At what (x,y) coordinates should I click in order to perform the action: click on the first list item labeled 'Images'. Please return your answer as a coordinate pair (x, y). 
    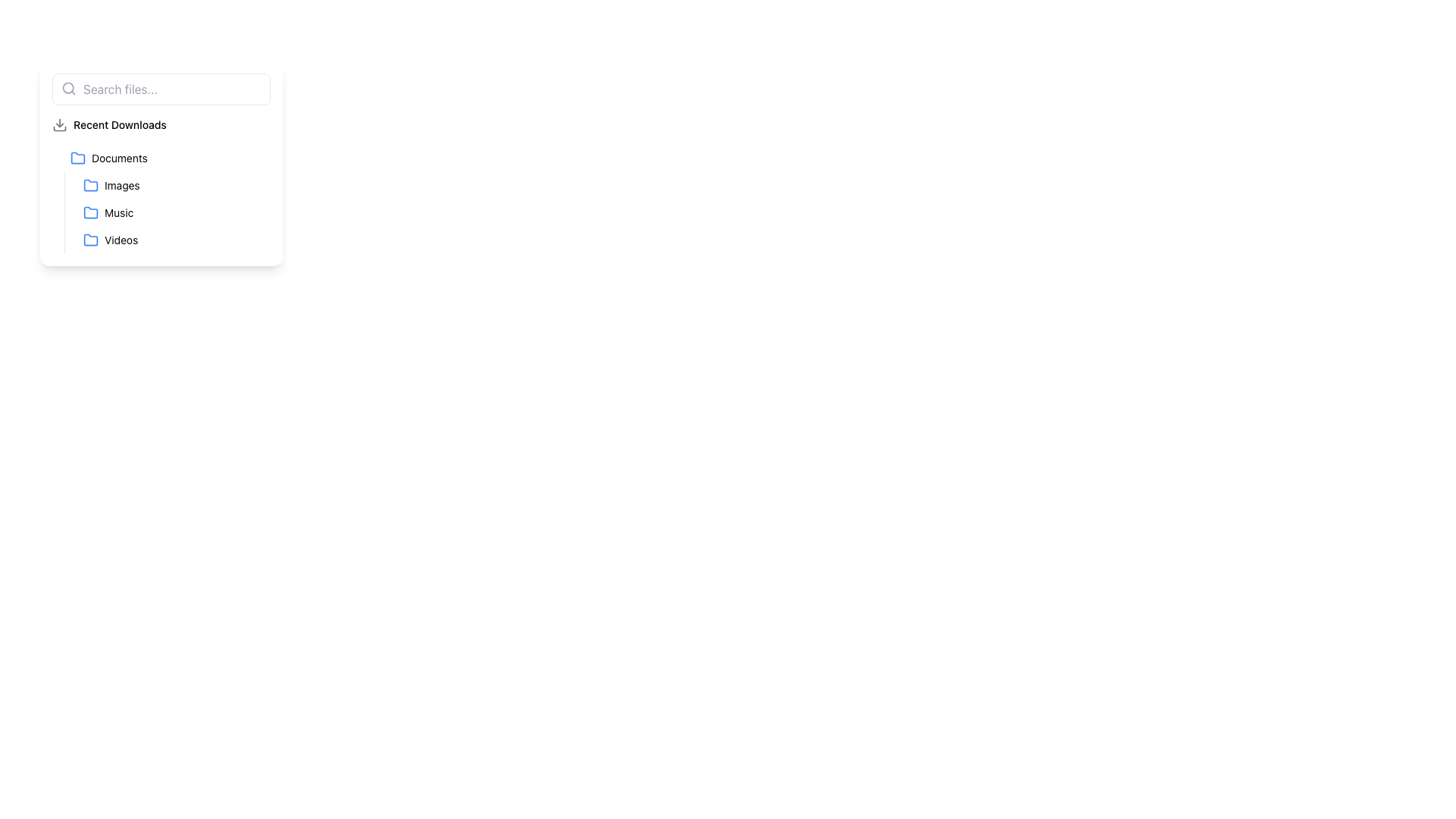
    Looking at the image, I should click on (174, 185).